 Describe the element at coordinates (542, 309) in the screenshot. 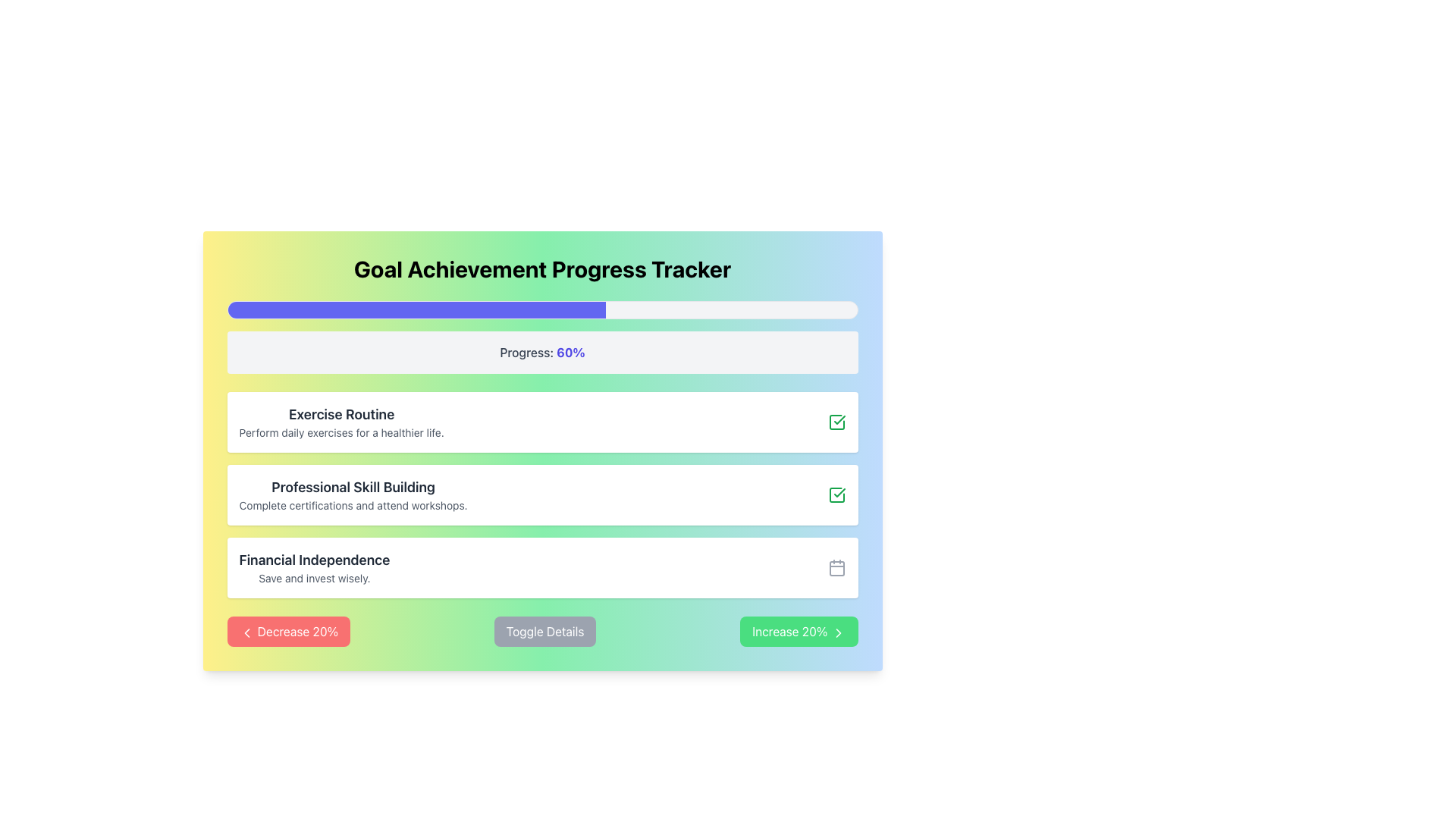

I see `the horizontal progress bar indicating 60% completion, which is styled with rounded edges and a gray background, located below the 'Goal Achievement Progress Tracker' title` at that location.